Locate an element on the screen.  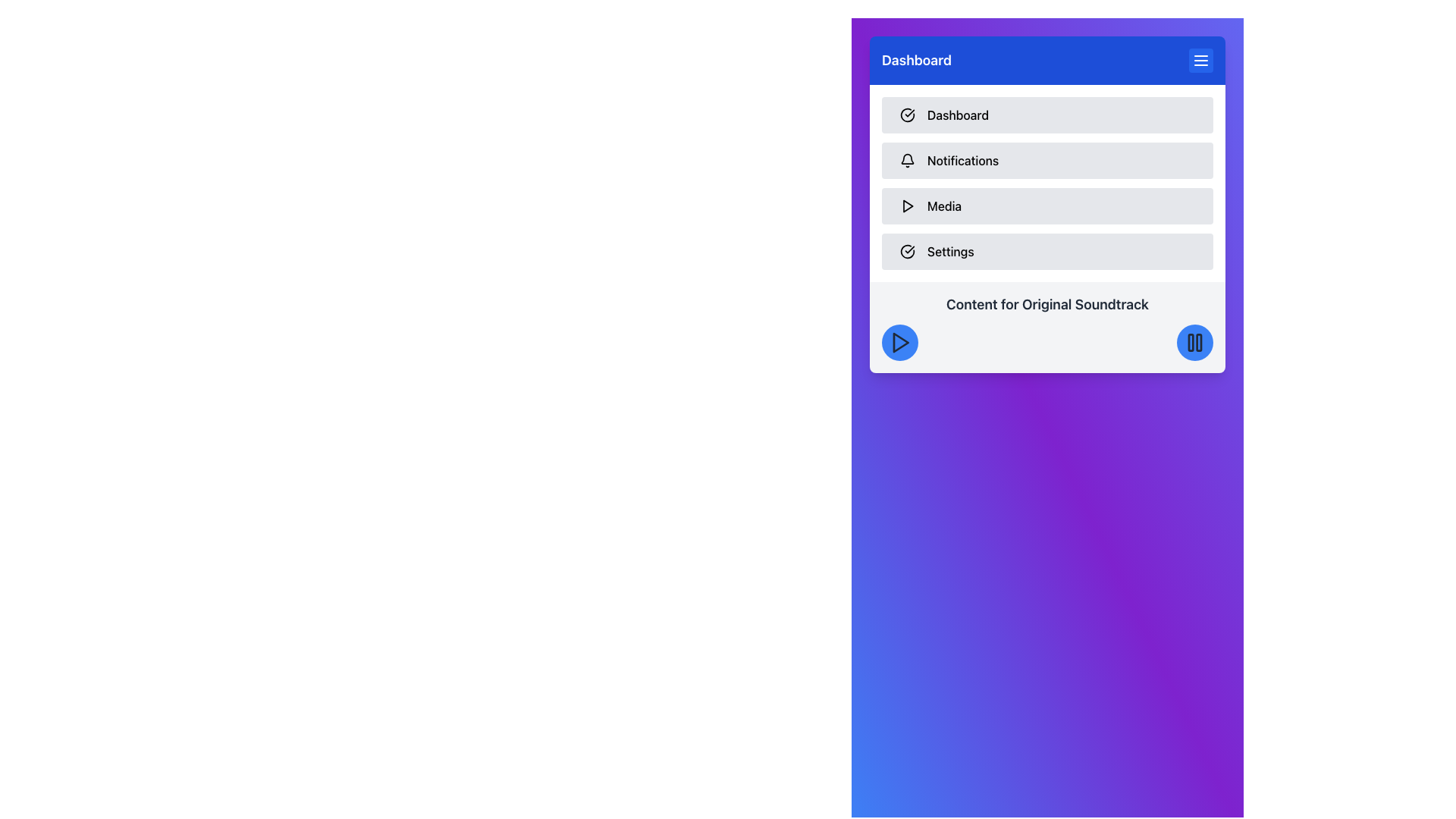
visual design of the rounded check mark icon located in the top-left section of the interface, next to the 'Dashboard' label is located at coordinates (907, 114).